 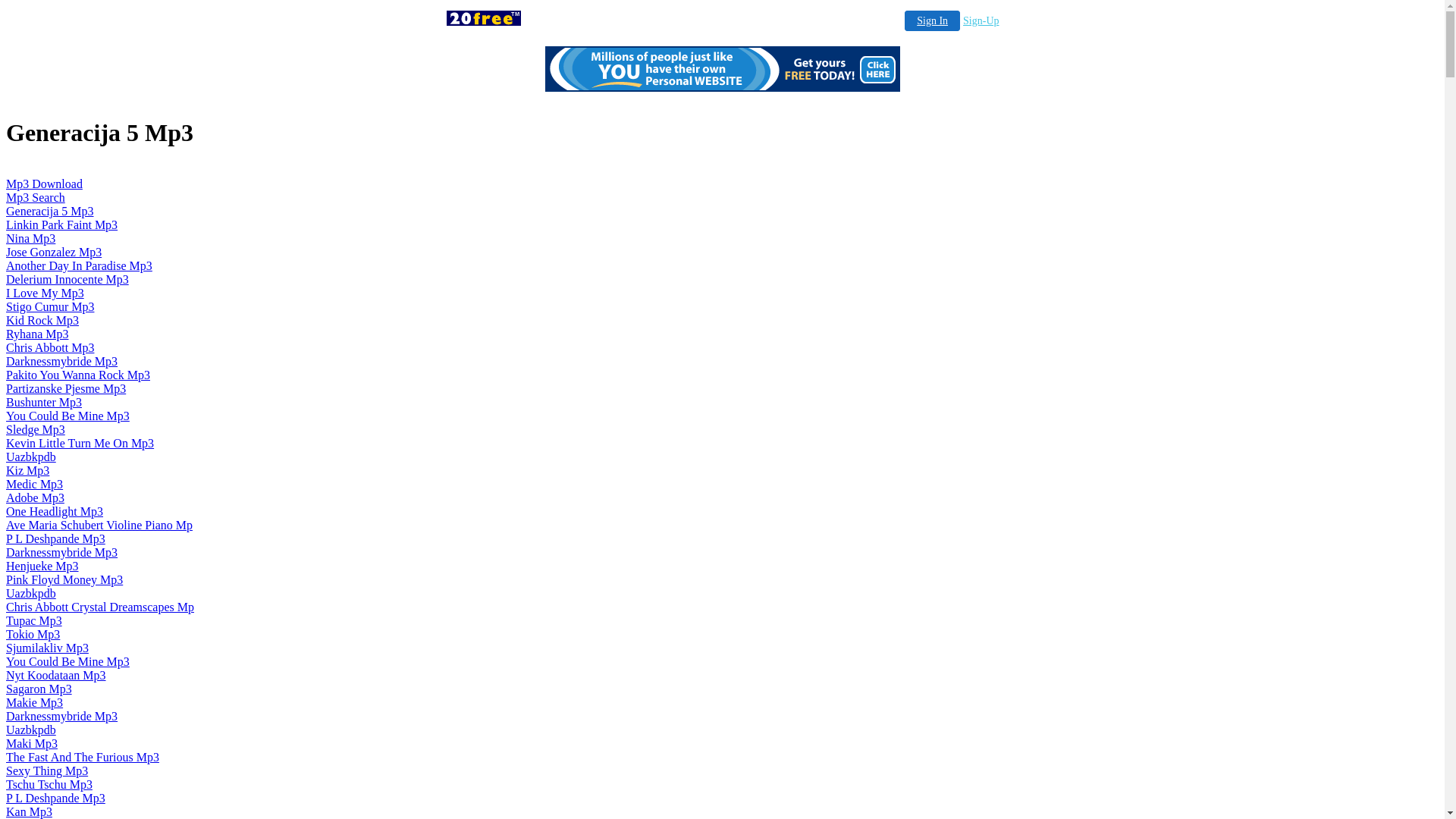 I want to click on 'Sagaron Mp3', so click(x=39, y=689).